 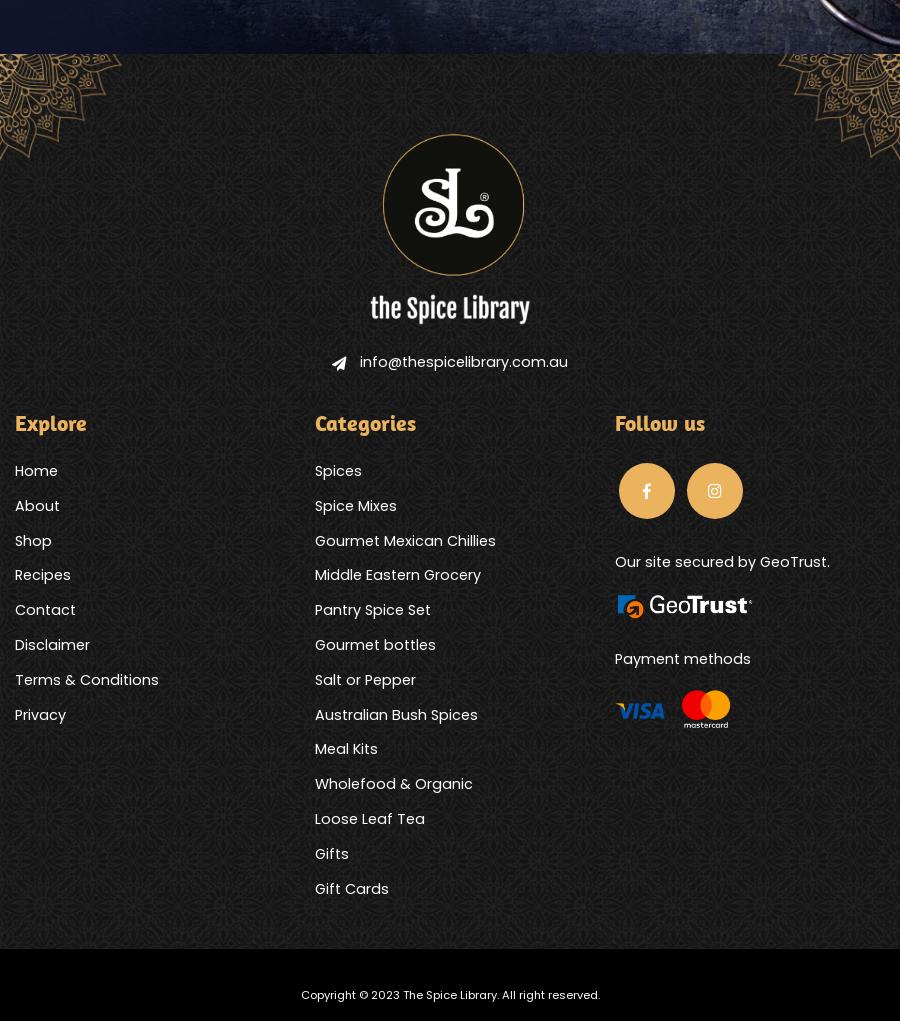 I want to click on 'Contact', so click(x=44, y=610).